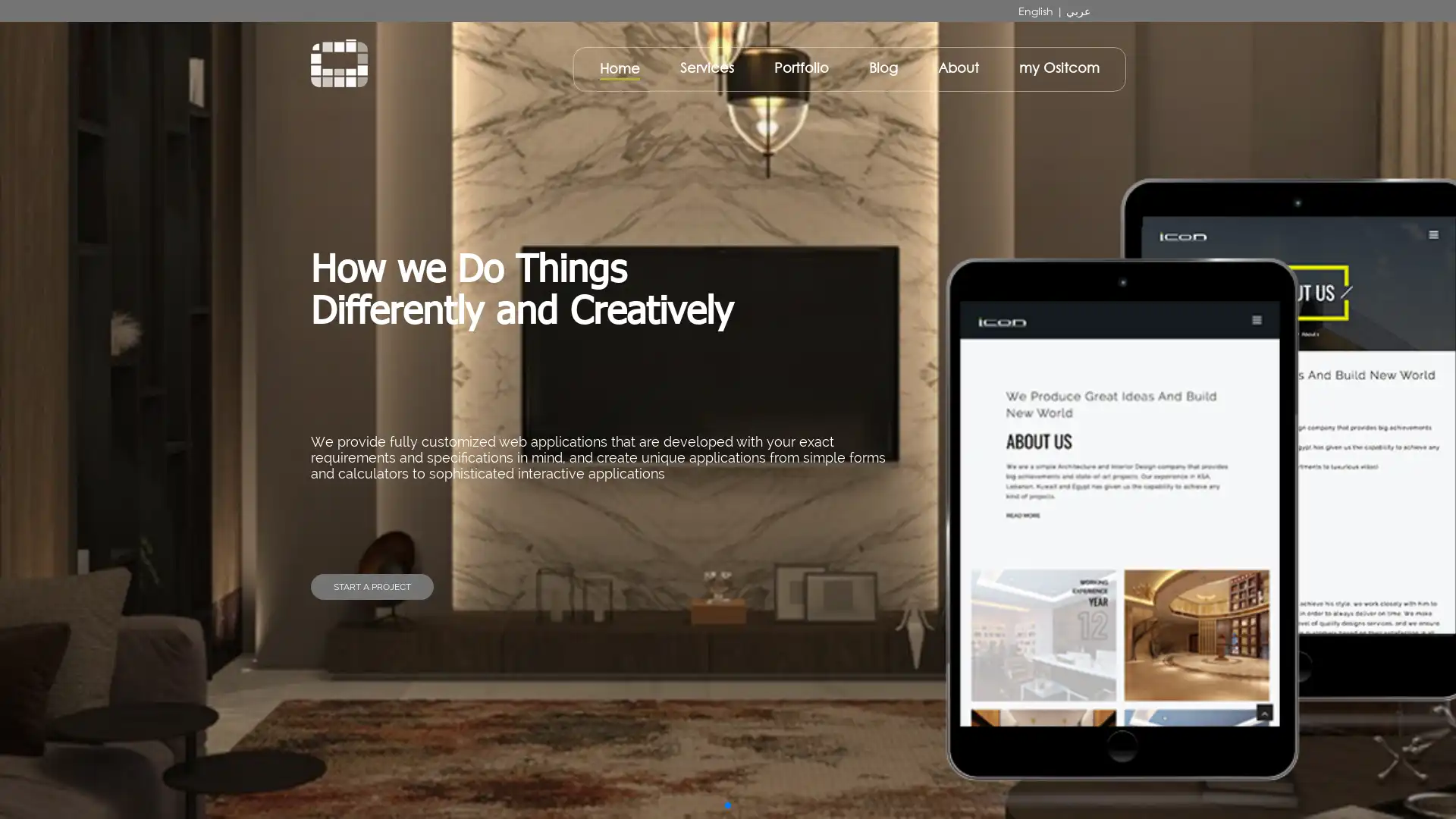  What do you see at coordinates (728, 804) in the screenshot?
I see `Go to slide 1` at bounding box center [728, 804].